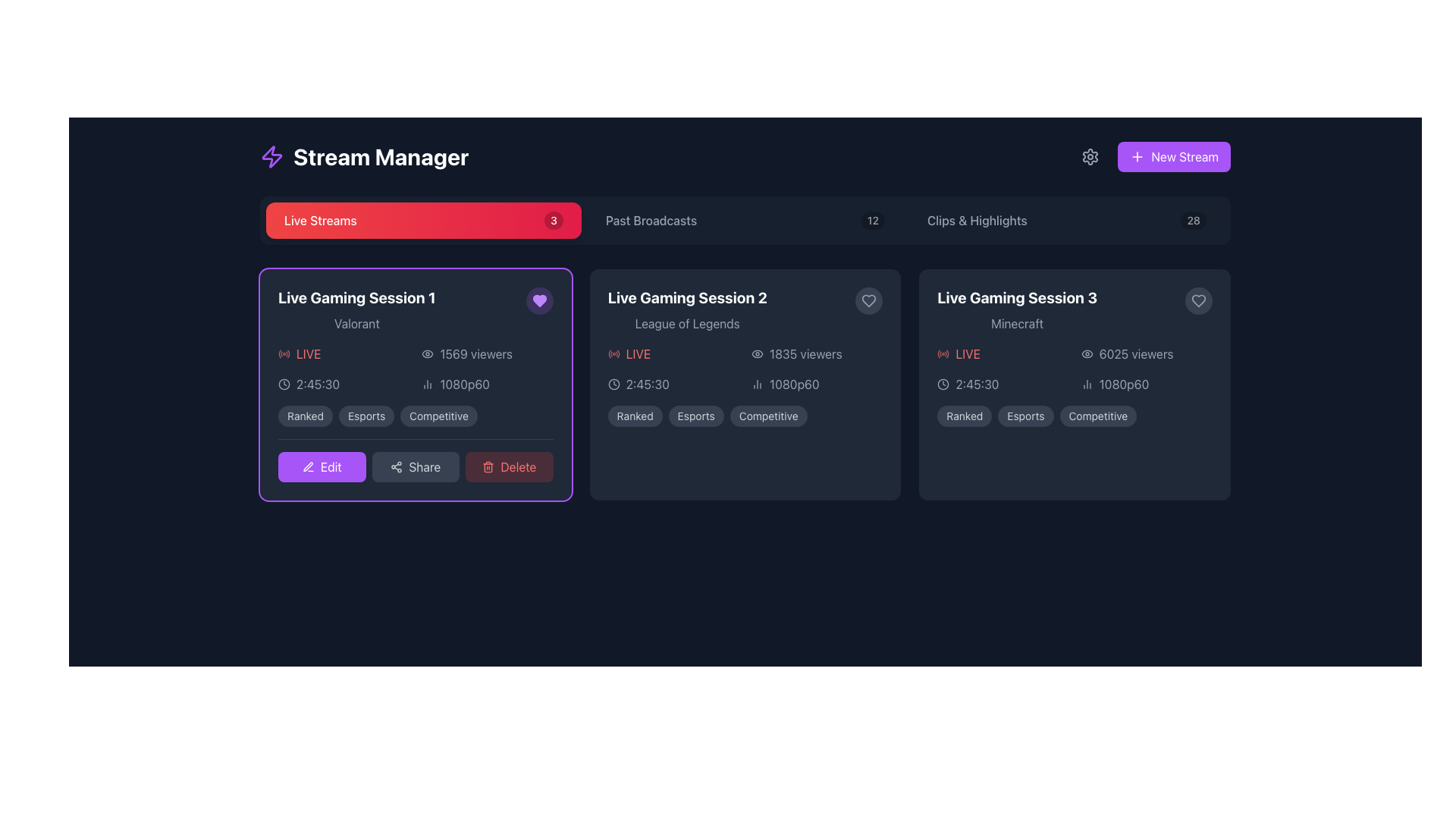  Describe the element at coordinates (366, 416) in the screenshot. I see `text label 'Esports' which is a rounded rectangular badge with a dark gray background and light gray text, located as the second badge in a horizontal list under 'Live Gaming Session 1'` at that location.